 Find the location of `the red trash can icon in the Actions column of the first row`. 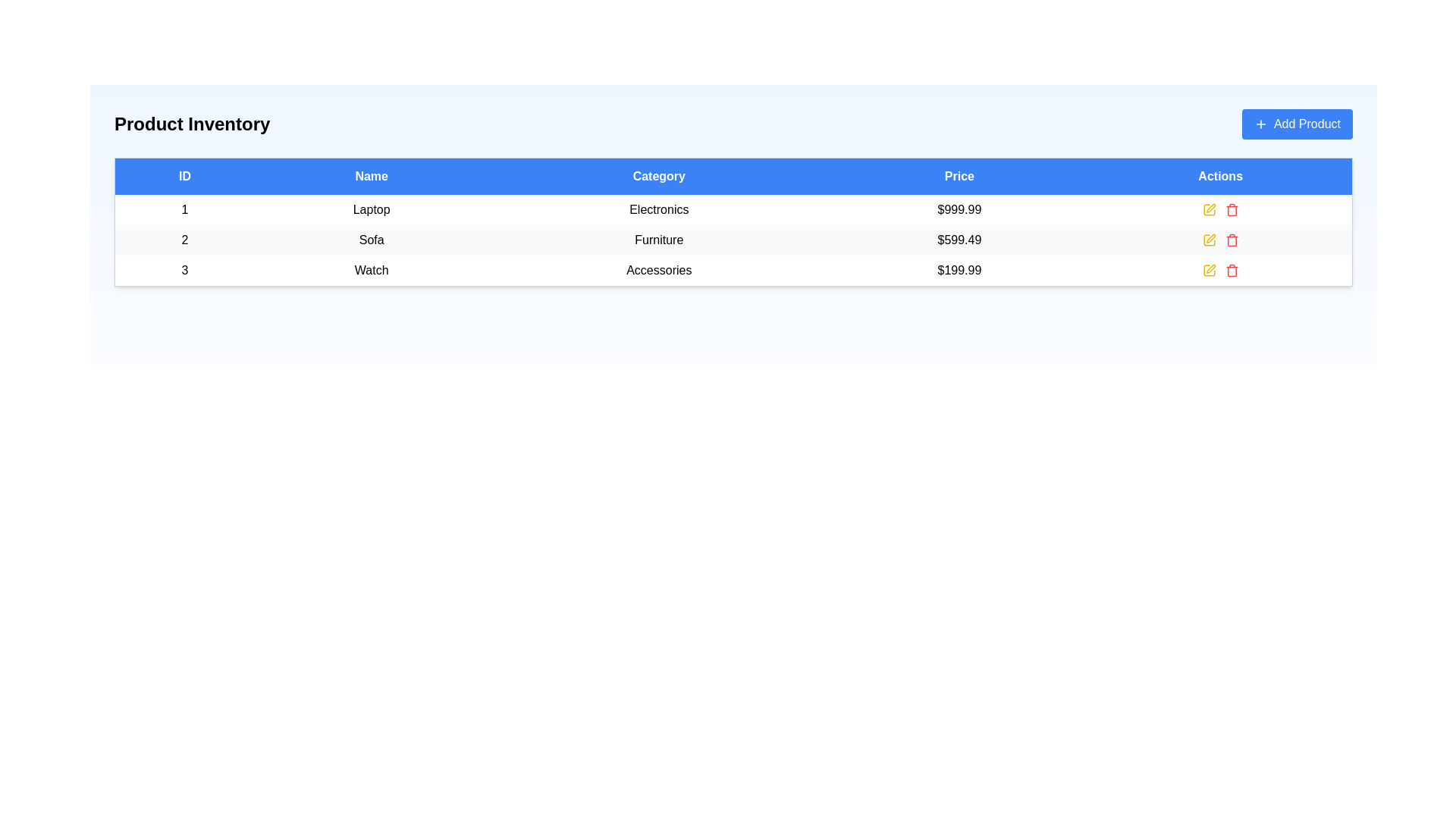

the red trash can icon in the Actions column of the first row is located at coordinates (1232, 210).